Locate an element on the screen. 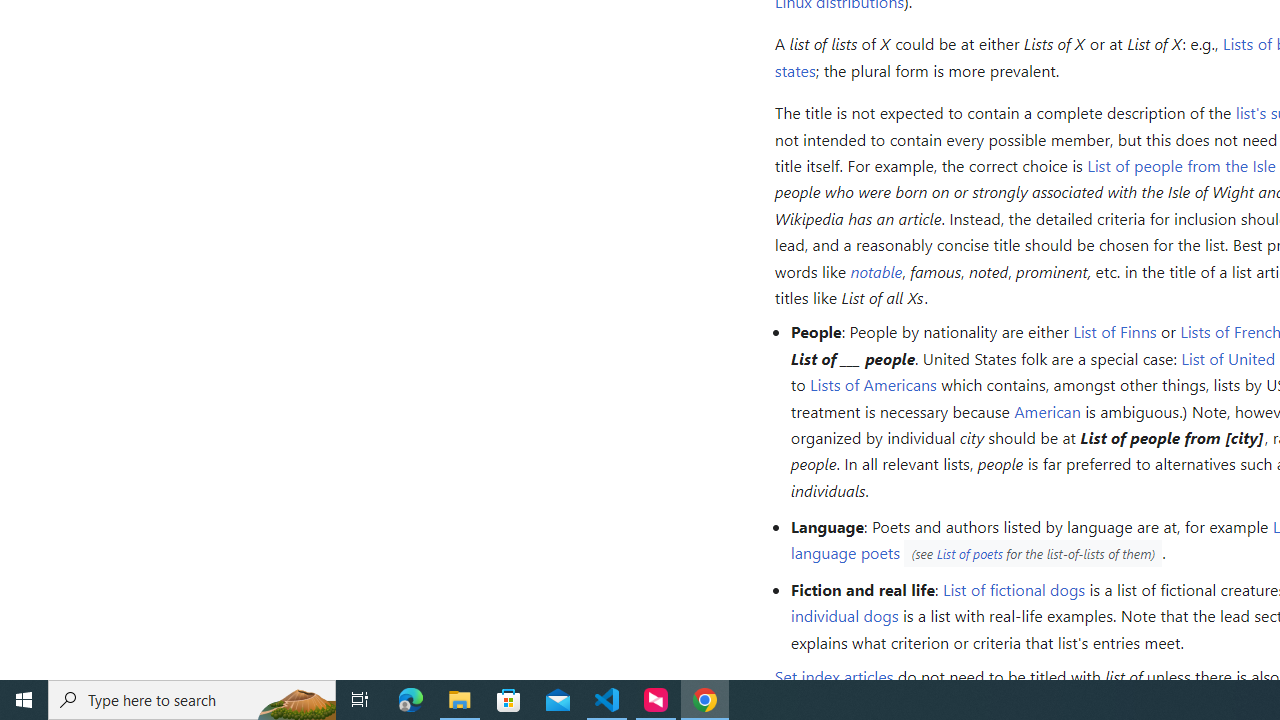 This screenshot has width=1280, height=720. 'Set index articles' is located at coordinates (833, 676).